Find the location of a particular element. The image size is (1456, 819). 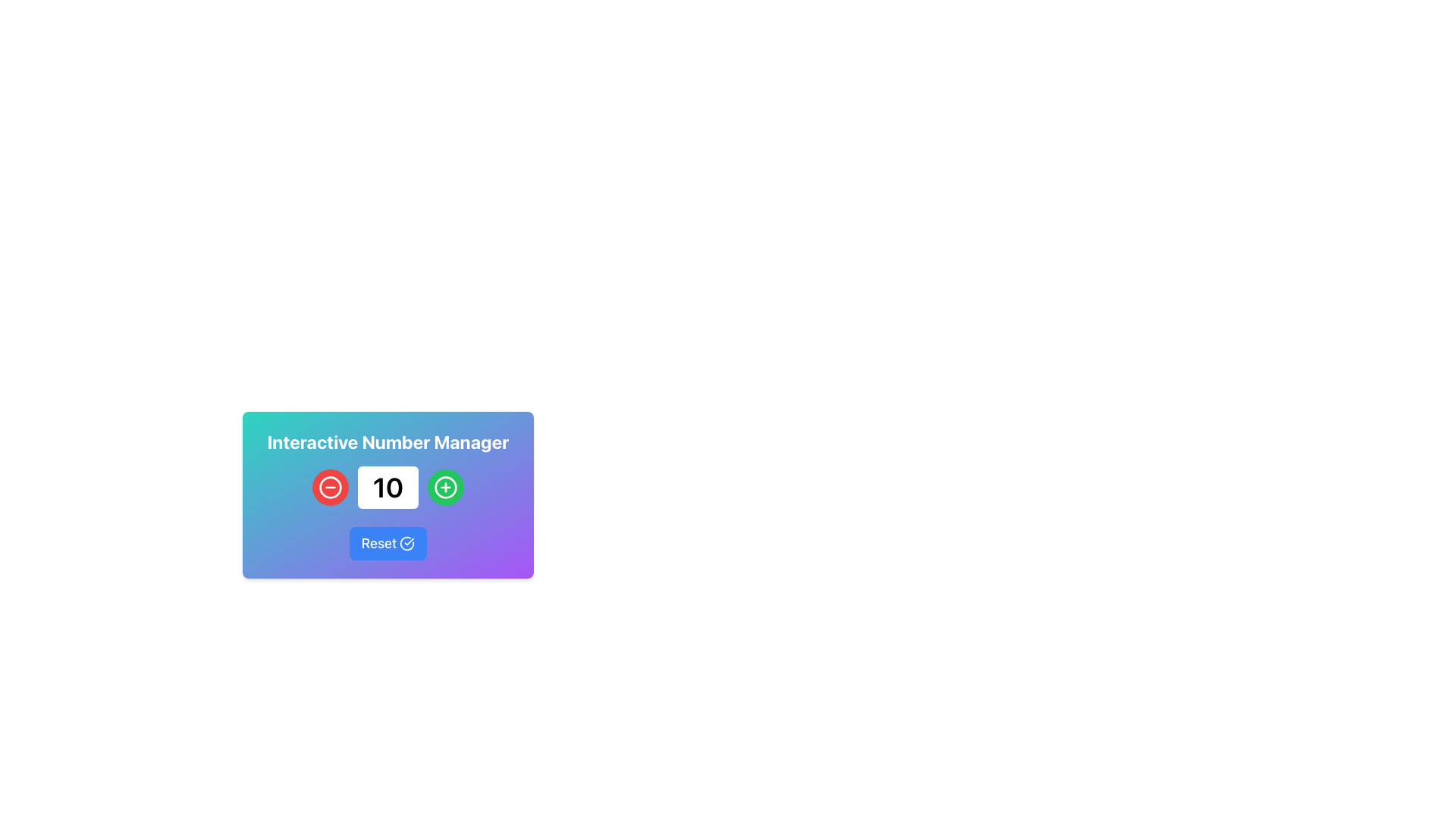

the circular green button with a white plus icon at the bottom of the interface to increment the value is located at coordinates (445, 488).